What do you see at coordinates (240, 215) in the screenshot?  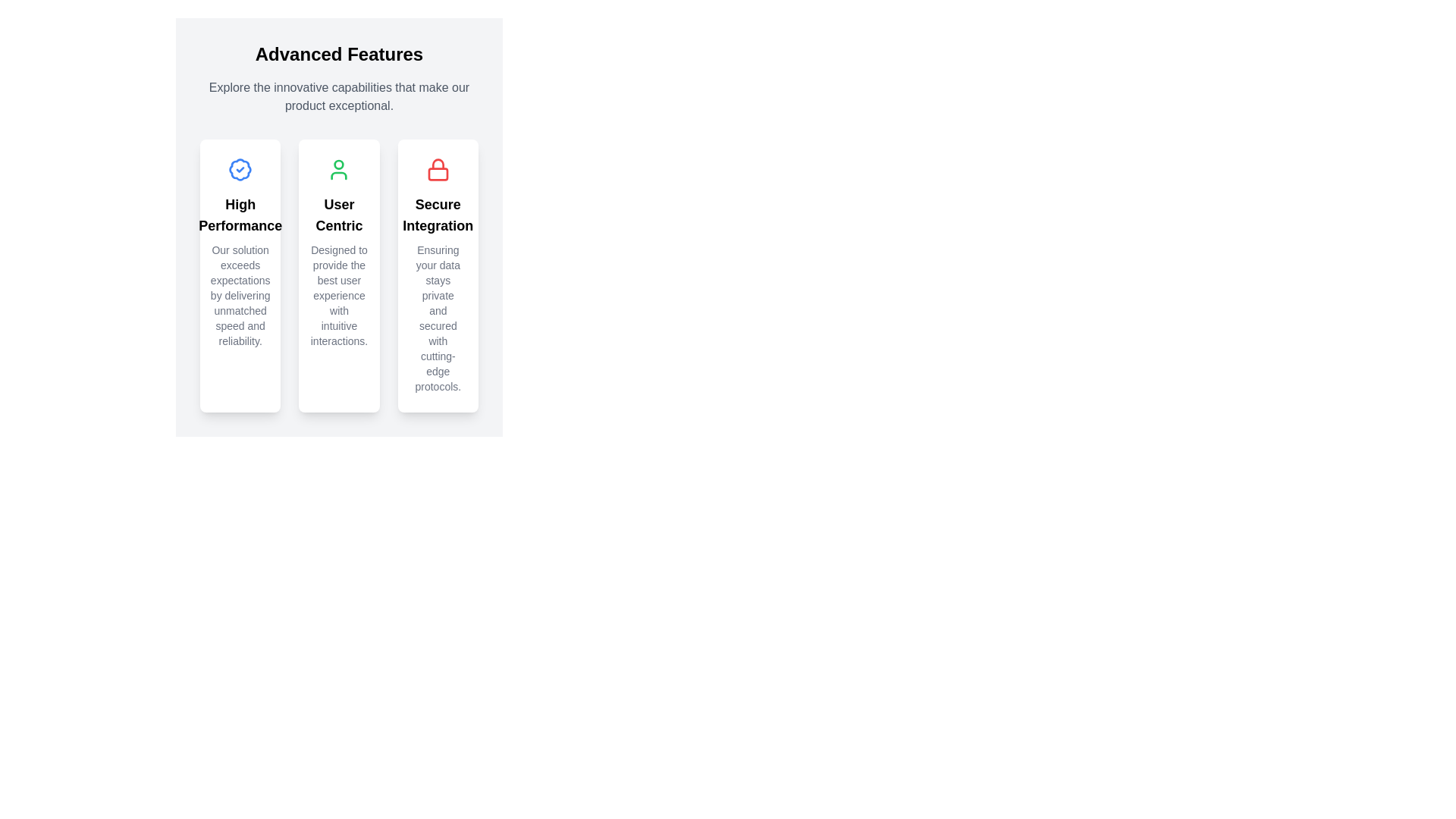 I see `text 'High Performance' from the bold title text element located in the leftmost card of the three-card layout` at bounding box center [240, 215].